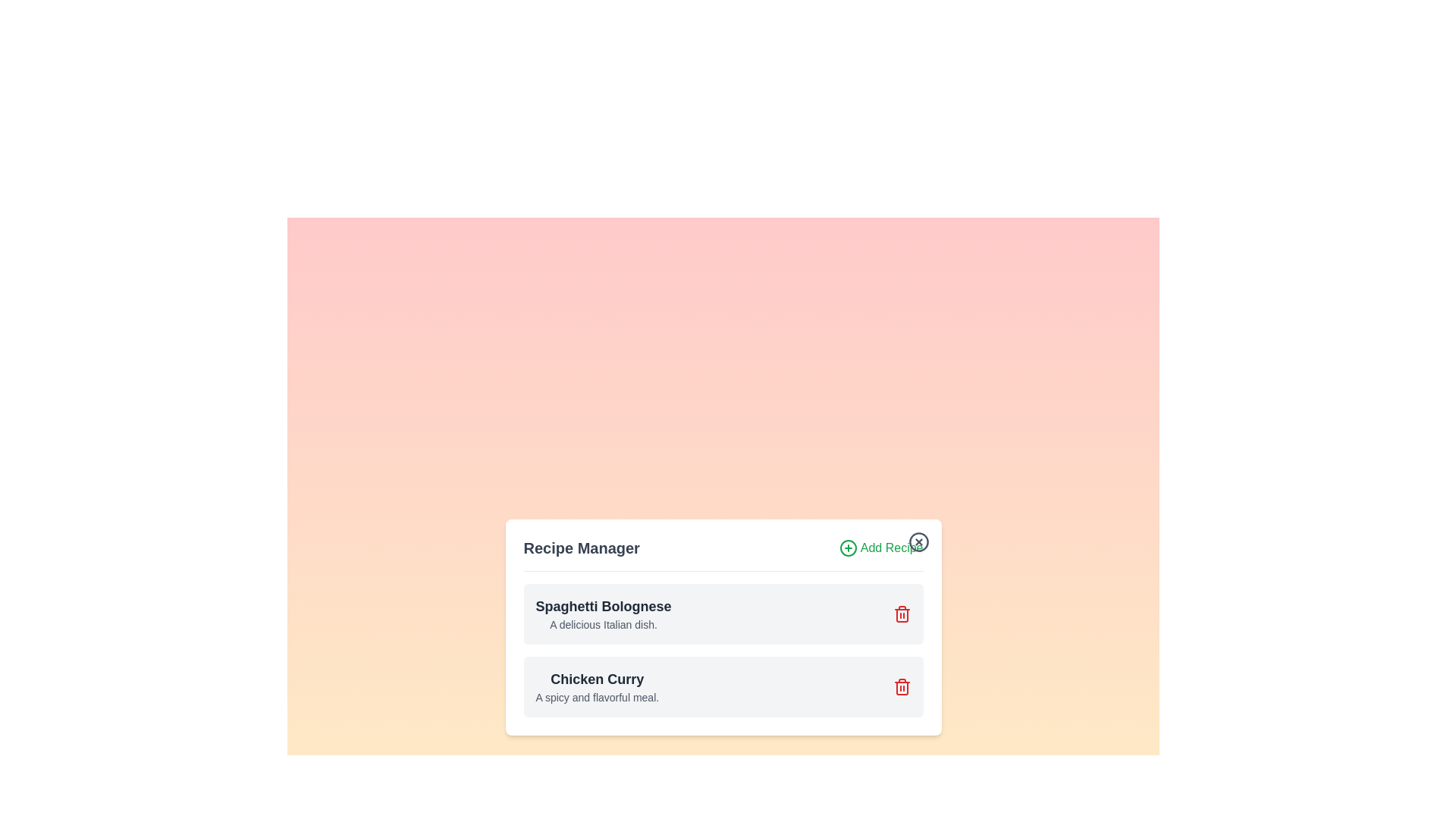  Describe the element at coordinates (918, 541) in the screenshot. I see `the close button located in the top-right corner of the modal` at that location.